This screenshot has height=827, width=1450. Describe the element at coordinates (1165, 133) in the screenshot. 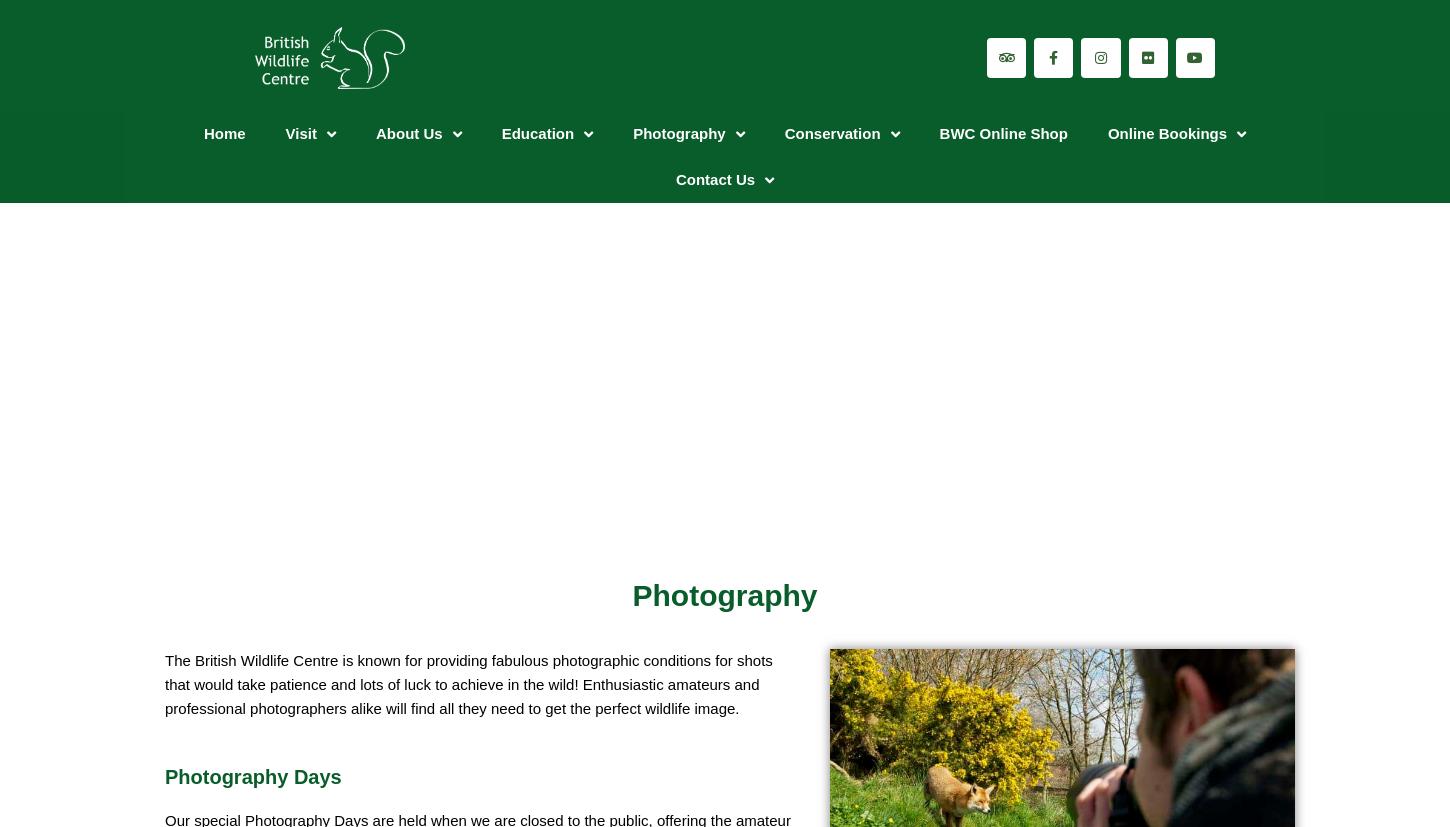

I see `'Online Bookings'` at that location.